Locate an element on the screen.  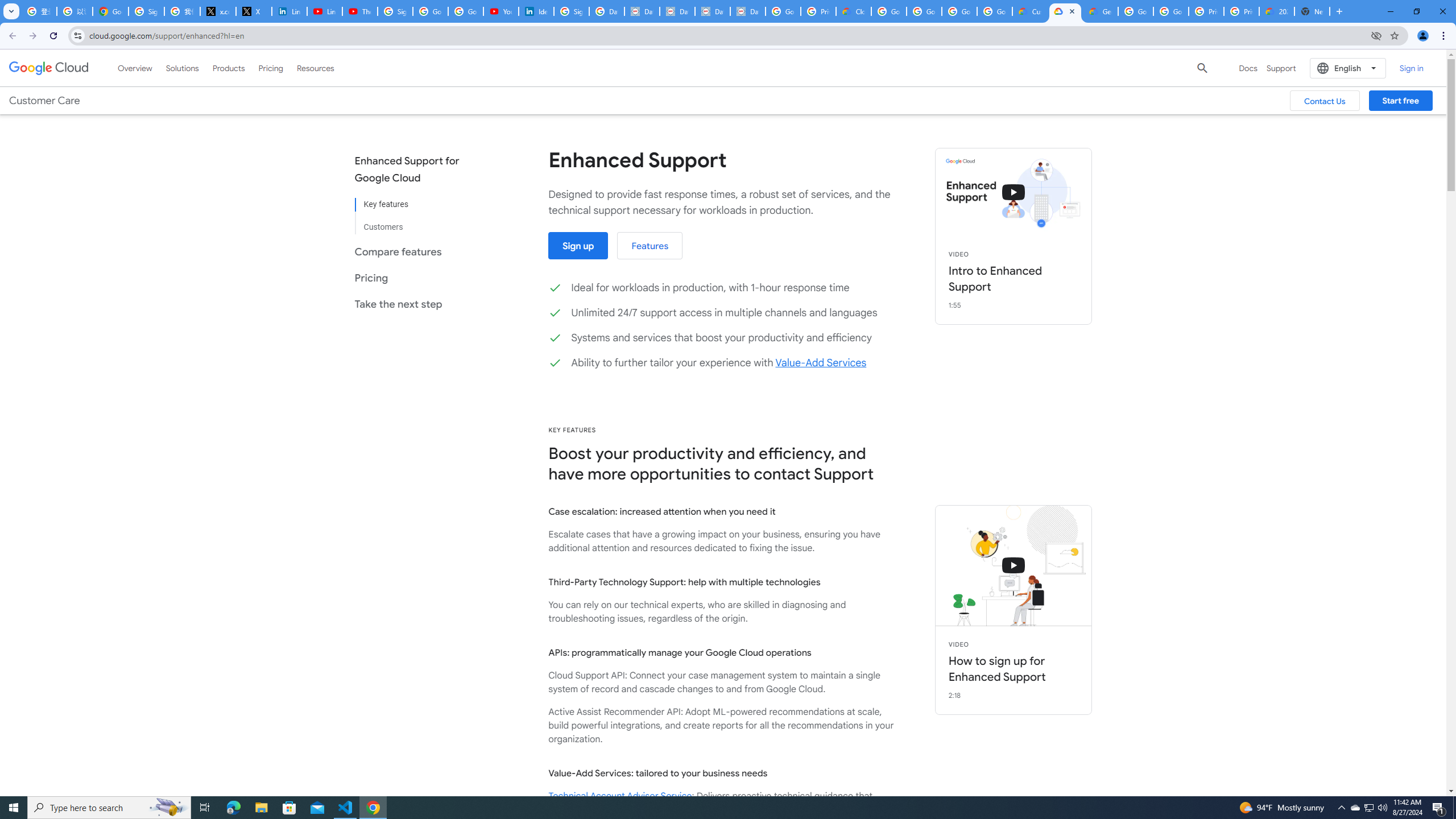
'Customers' is located at coordinates (415, 222).